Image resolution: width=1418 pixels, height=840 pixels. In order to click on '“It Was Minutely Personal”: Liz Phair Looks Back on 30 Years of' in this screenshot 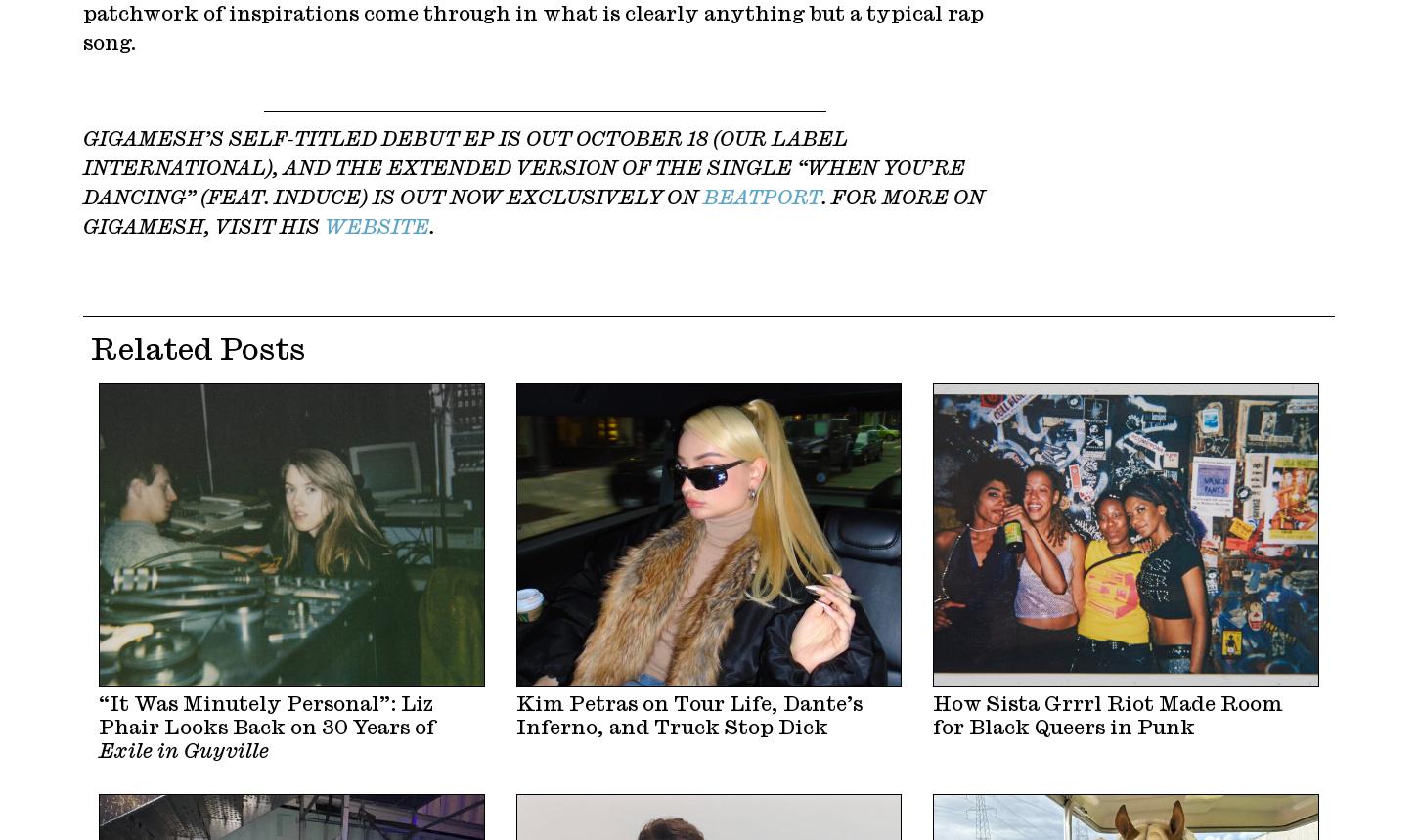, I will do `click(99, 715)`.